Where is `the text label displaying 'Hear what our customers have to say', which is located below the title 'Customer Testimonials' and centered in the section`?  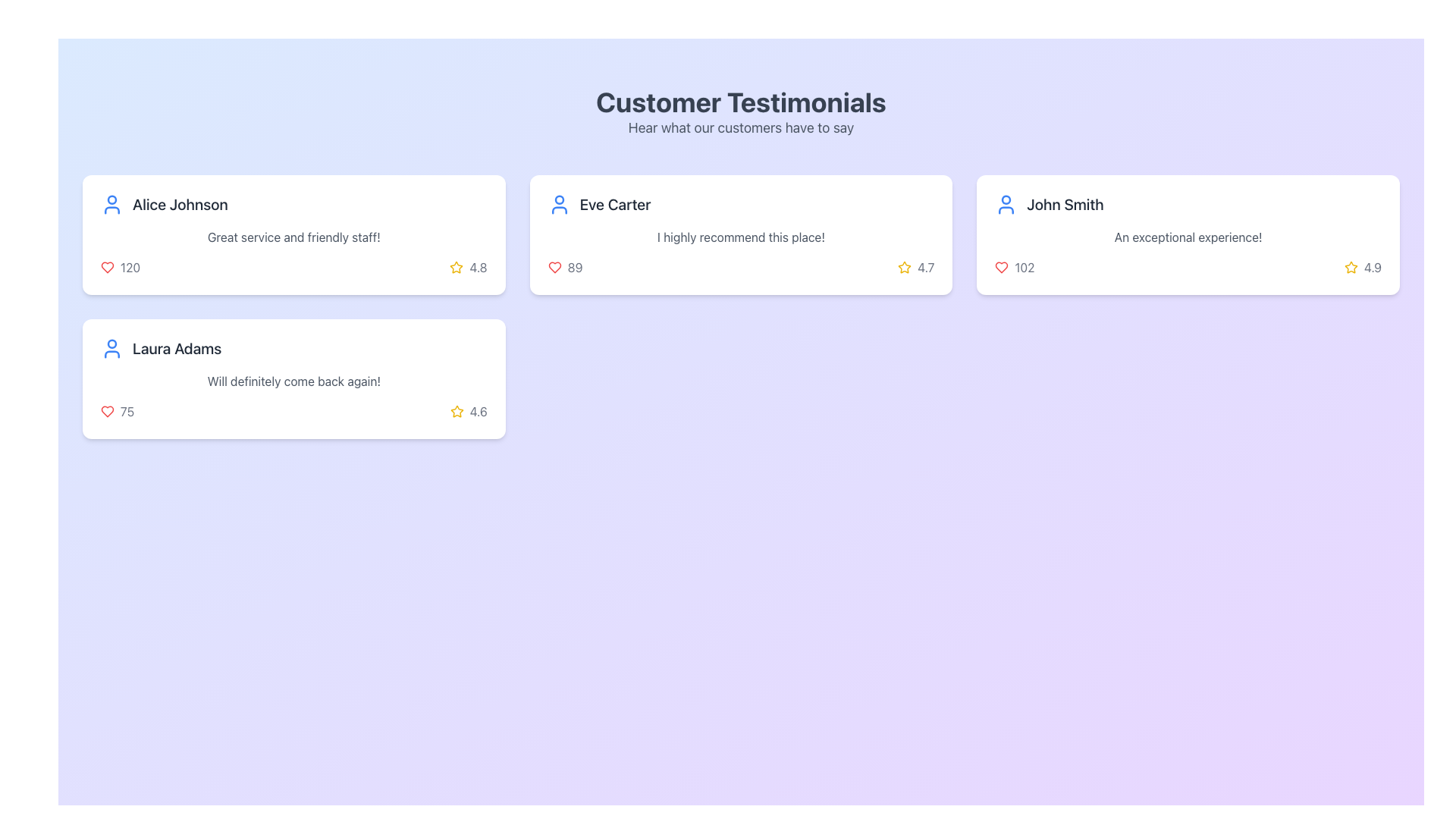
the text label displaying 'Hear what our customers have to say', which is located below the title 'Customer Testimonials' and centered in the section is located at coordinates (741, 127).